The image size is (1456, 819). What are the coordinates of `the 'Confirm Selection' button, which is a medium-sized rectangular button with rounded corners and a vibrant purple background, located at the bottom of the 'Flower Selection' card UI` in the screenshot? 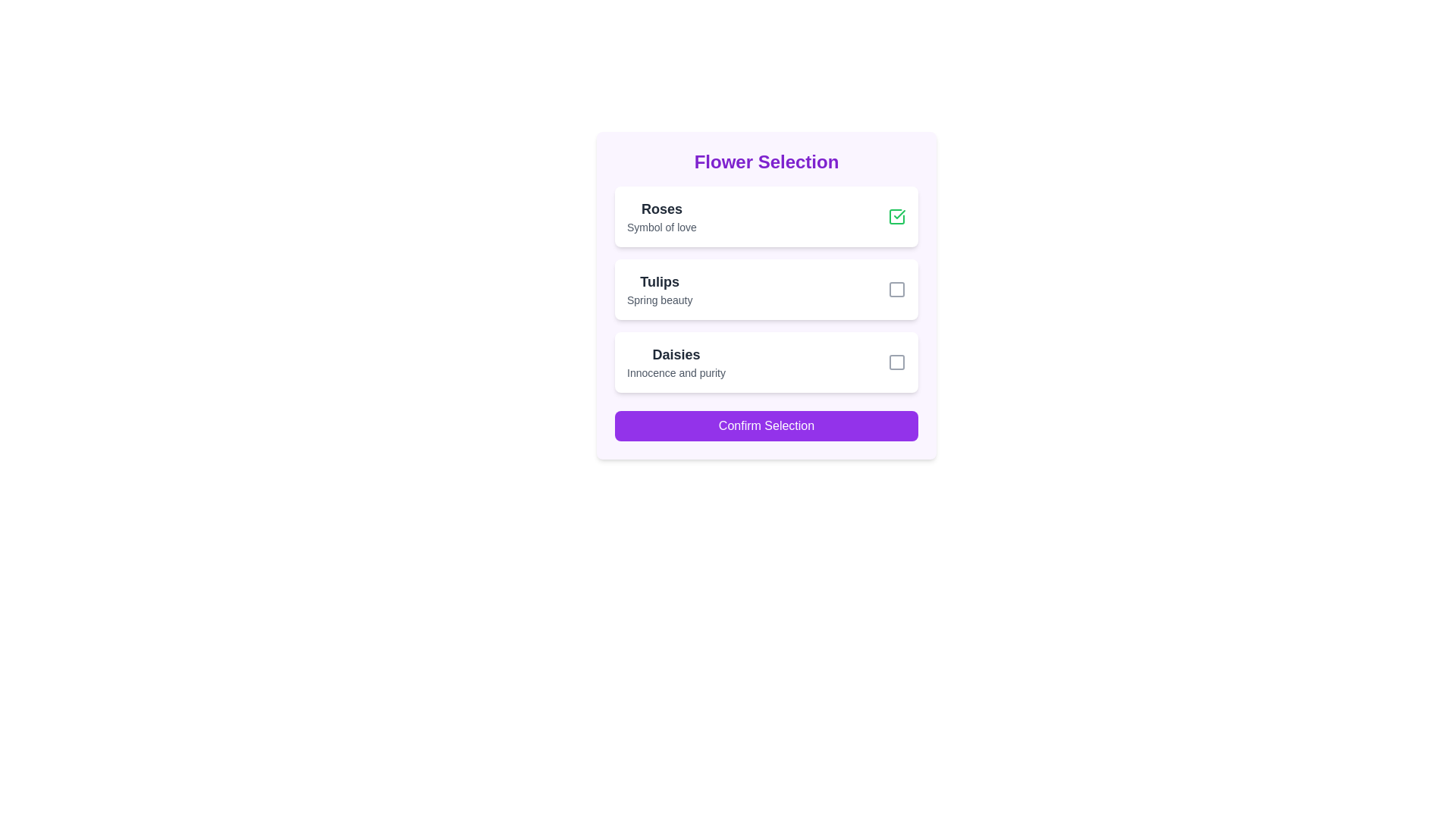 It's located at (767, 426).